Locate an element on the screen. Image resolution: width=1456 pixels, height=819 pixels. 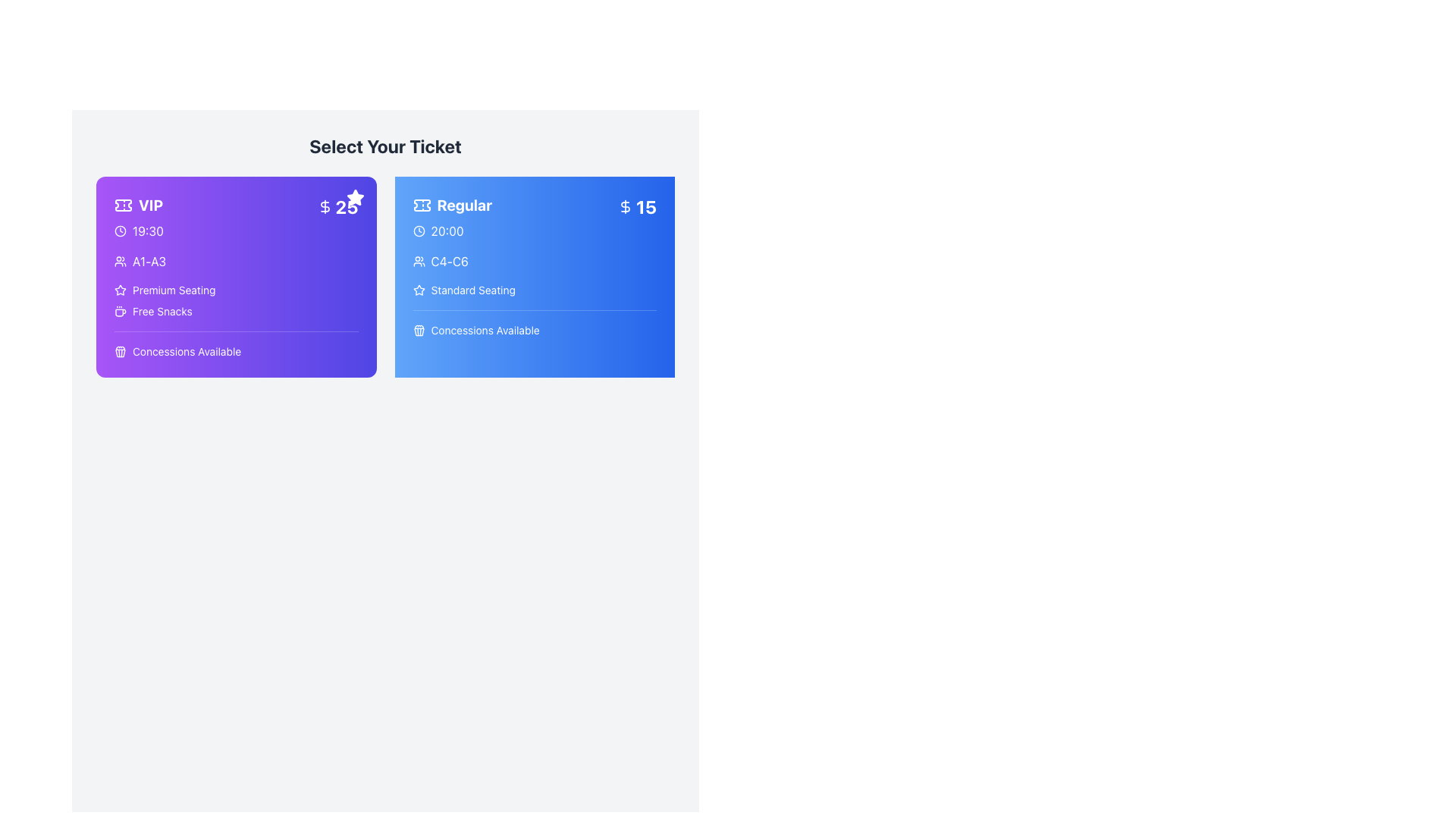
the feature description of the first row indicating premium seating availability for the 'VIP' ticket option, which is positioned between the 'A1-A3' seat information and the 'Free Snacks' label is located at coordinates (235, 290).